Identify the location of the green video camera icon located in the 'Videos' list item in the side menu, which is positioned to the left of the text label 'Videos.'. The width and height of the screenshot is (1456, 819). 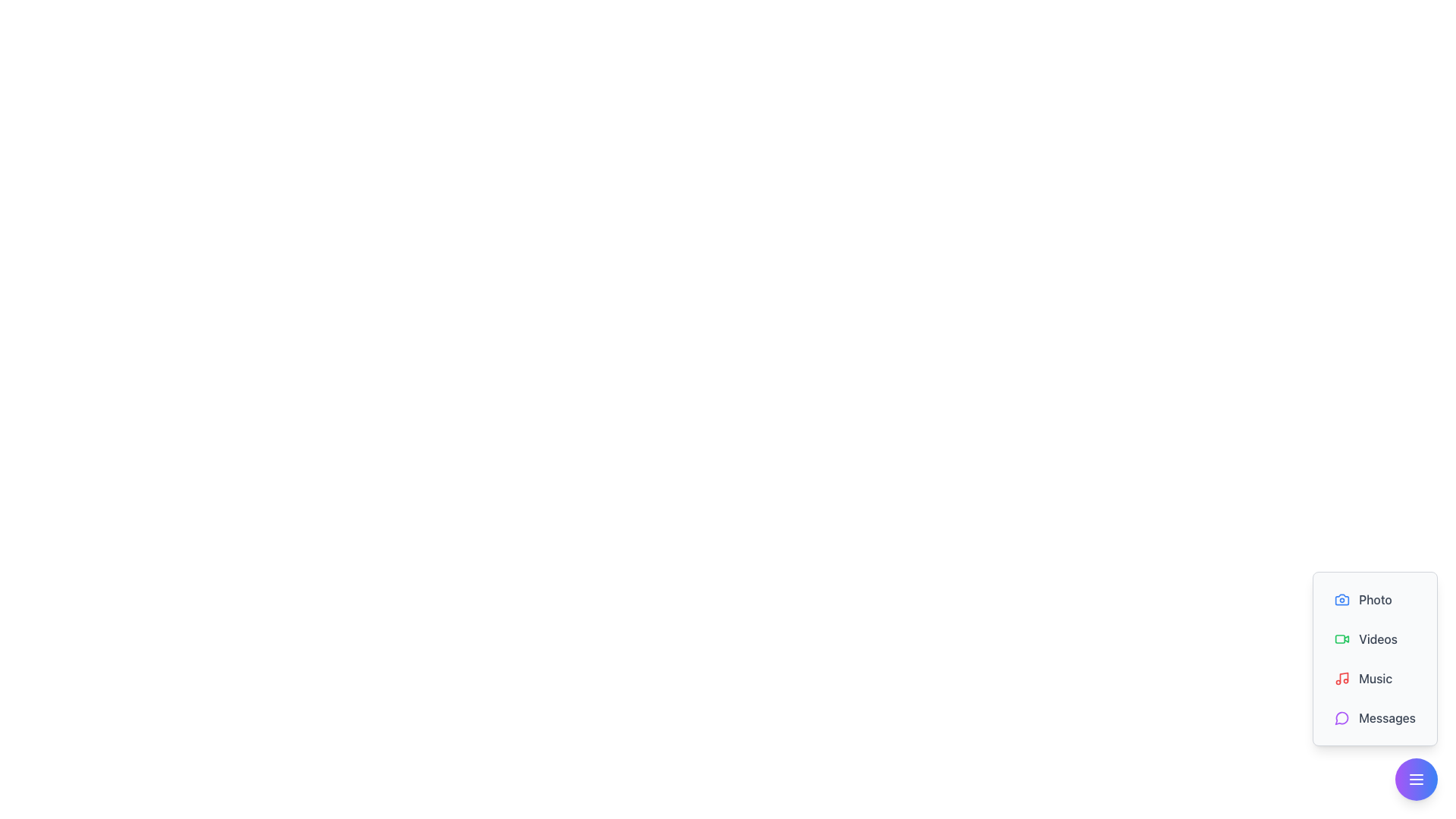
(1342, 639).